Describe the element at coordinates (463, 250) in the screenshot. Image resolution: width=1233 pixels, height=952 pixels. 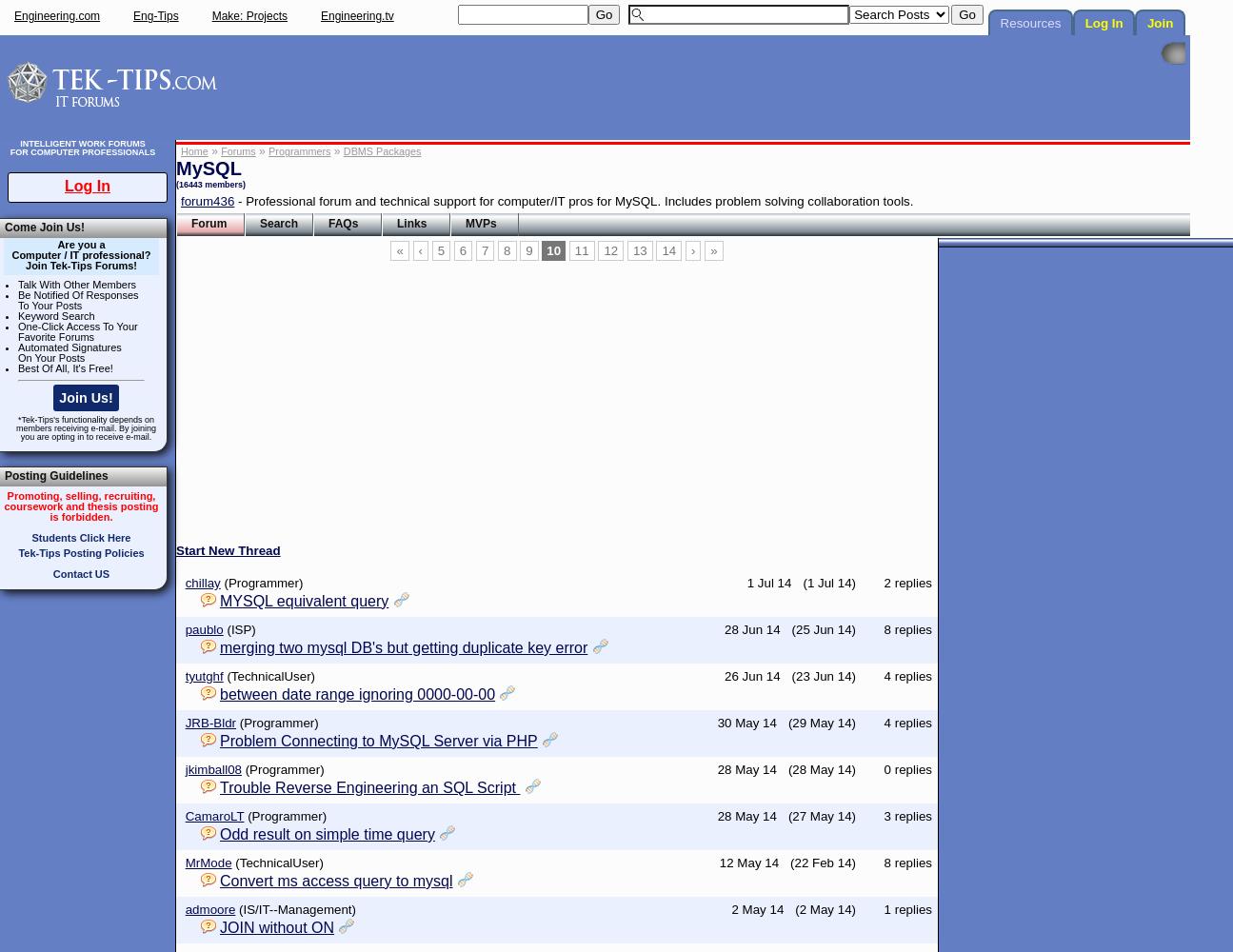
I see `'6'` at that location.